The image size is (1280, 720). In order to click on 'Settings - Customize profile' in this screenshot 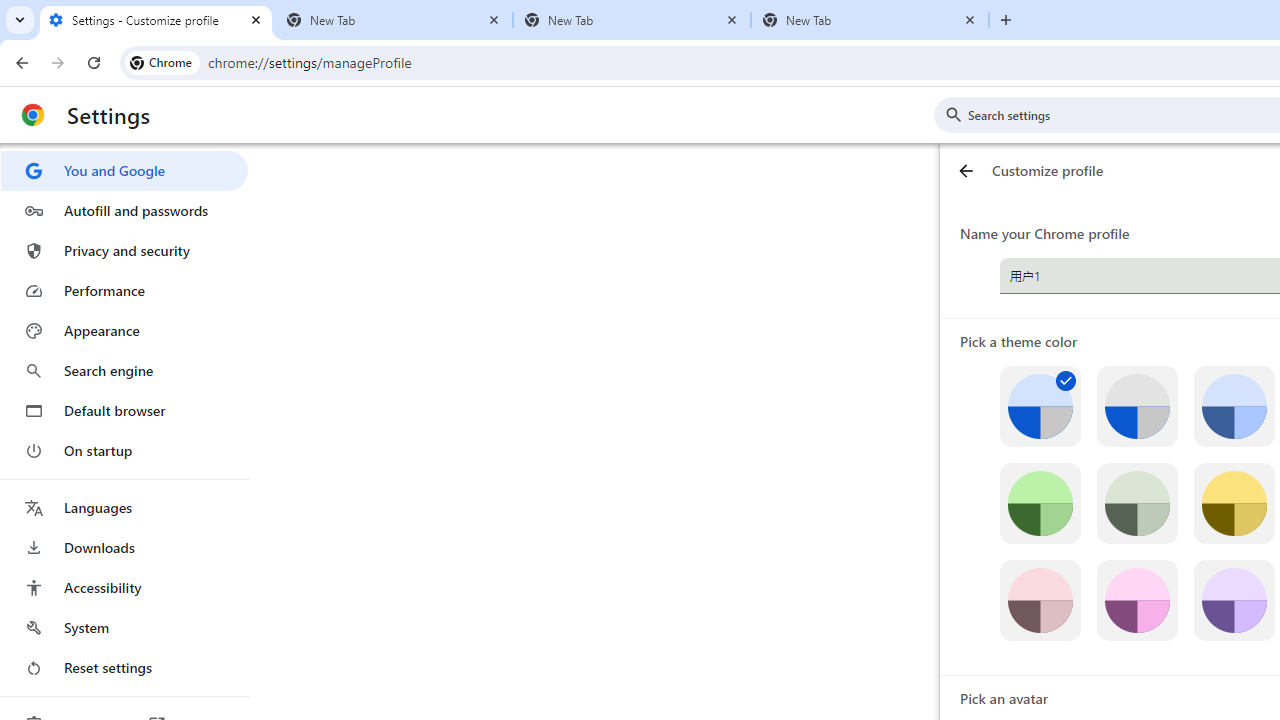, I will do `click(155, 20)`.